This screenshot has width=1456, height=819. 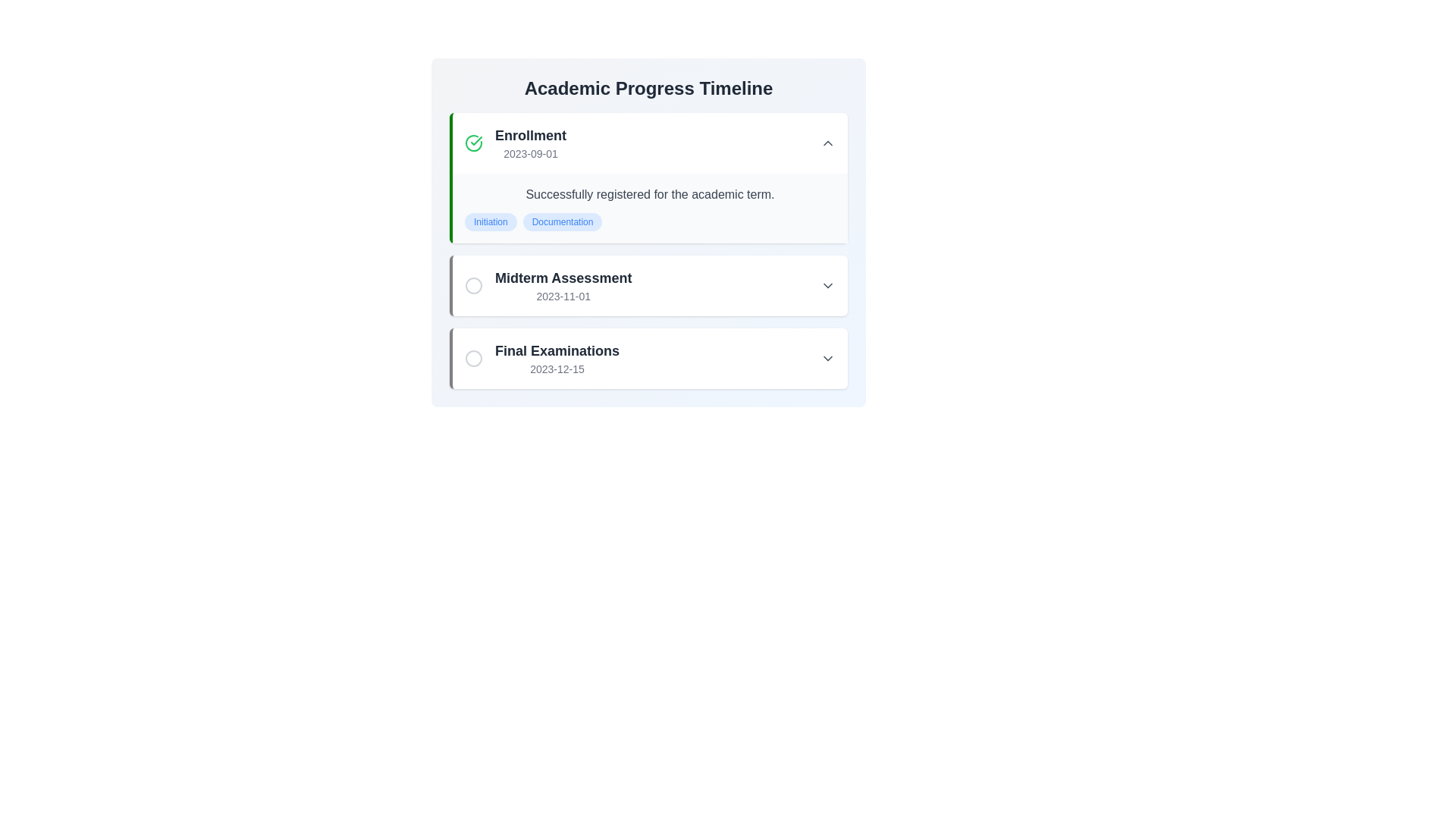 What do you see at coordinates (531, 143) in the screenshot?
I see `the text block displaying information about the enrollment process, which includes a larger title and a smaller date, prominently positioned under the 'Academic Progress Timeline.'` at bounding box center [531, 143].